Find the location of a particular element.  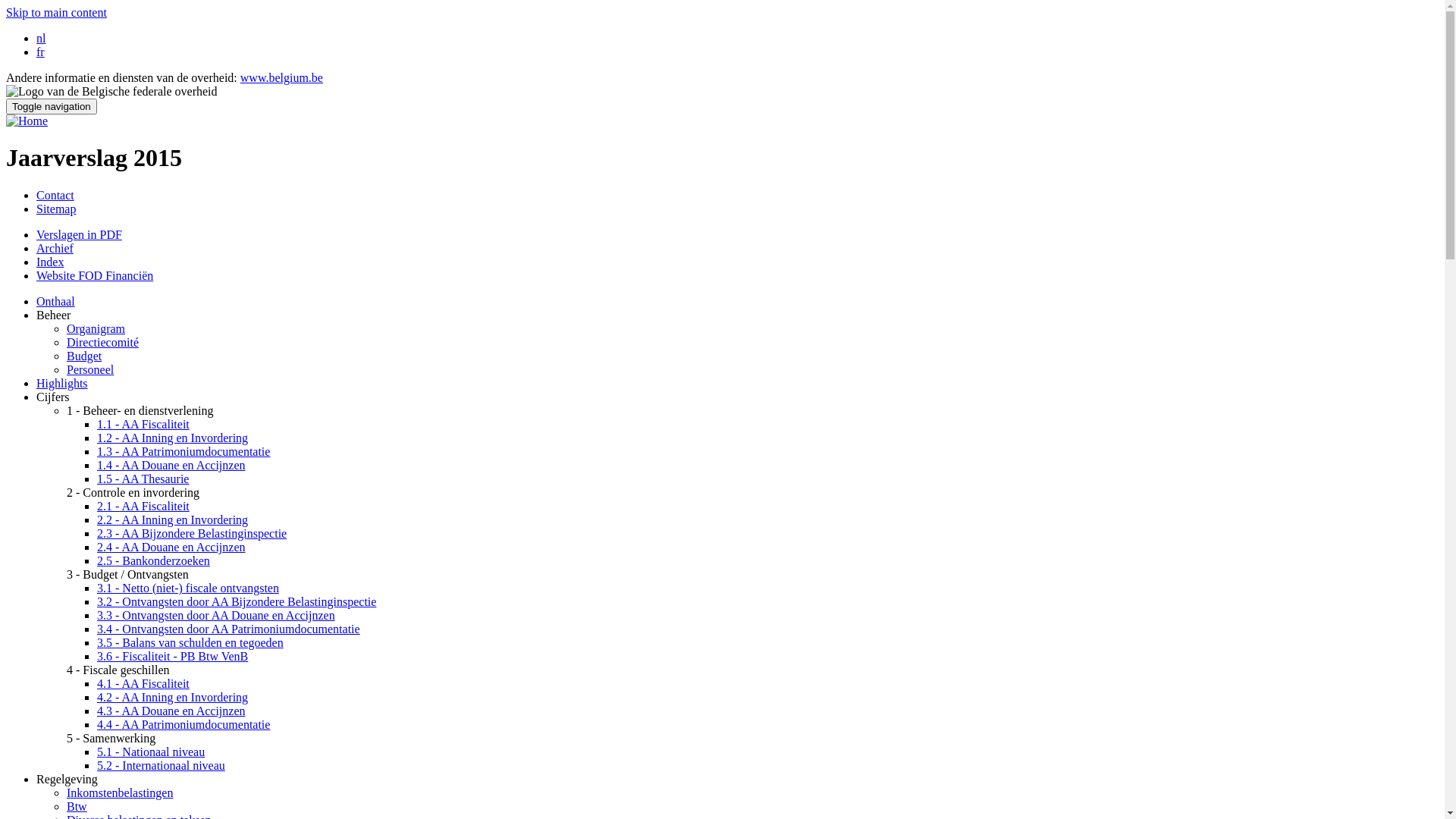

'Toggle navigation' is located at coordinates (51, 105).